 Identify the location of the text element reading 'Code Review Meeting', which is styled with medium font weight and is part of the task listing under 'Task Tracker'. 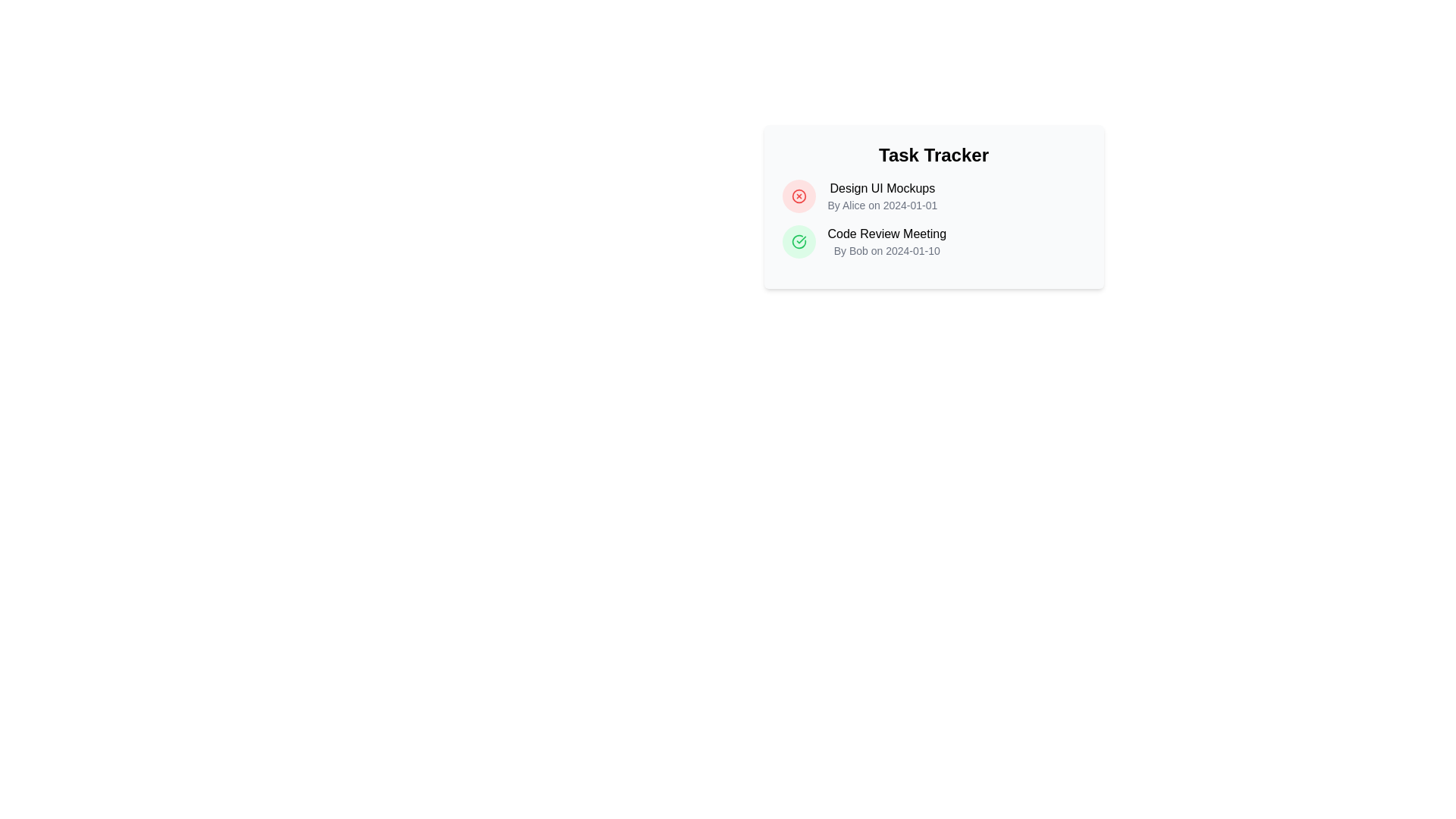
(886, 234).